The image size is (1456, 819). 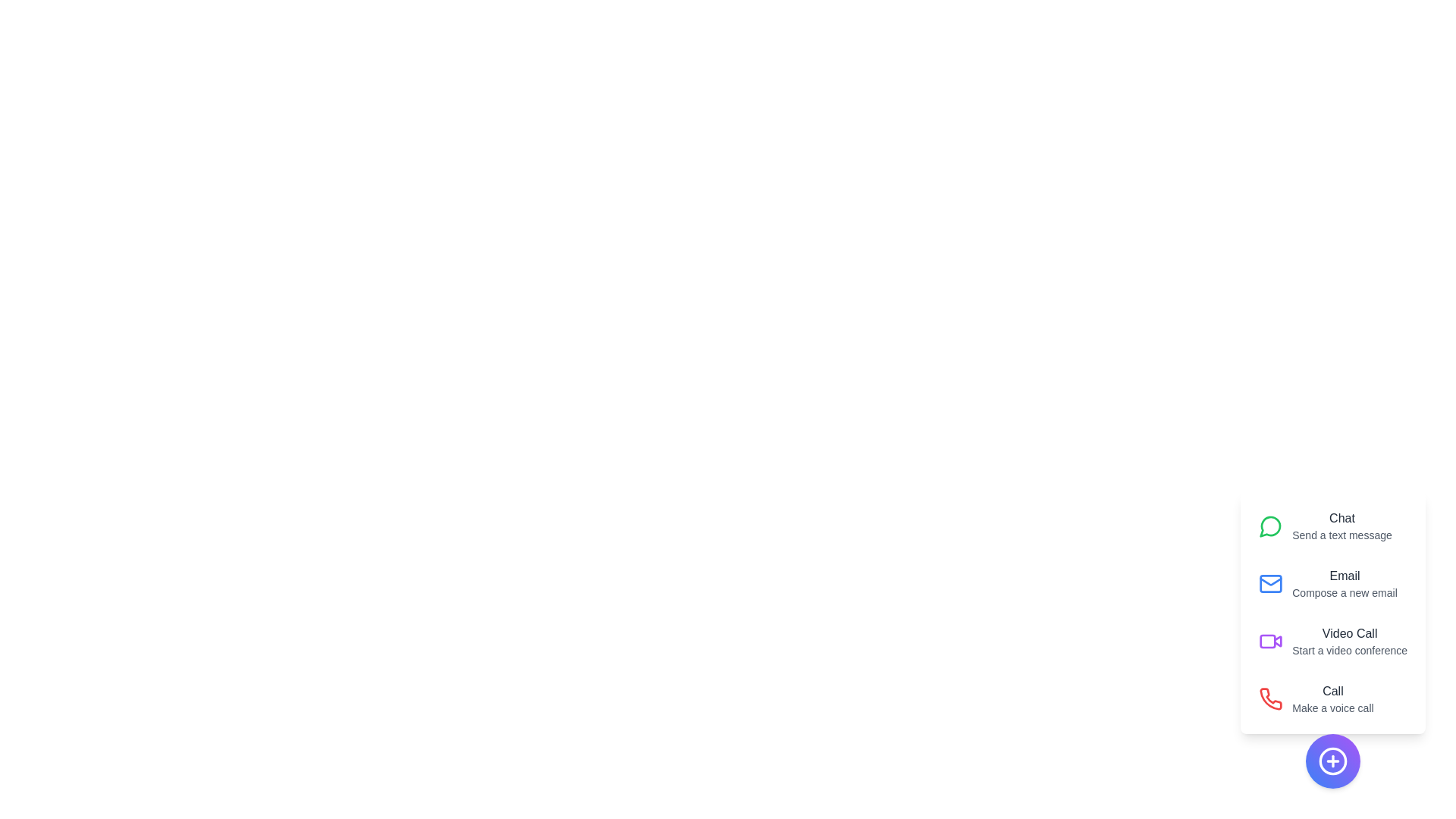 What do you see at coordinates (1332, 641) in the screenshot?
I see `the 'Video Call' option to initiate a video conference` at bounding box center [1332, 641].